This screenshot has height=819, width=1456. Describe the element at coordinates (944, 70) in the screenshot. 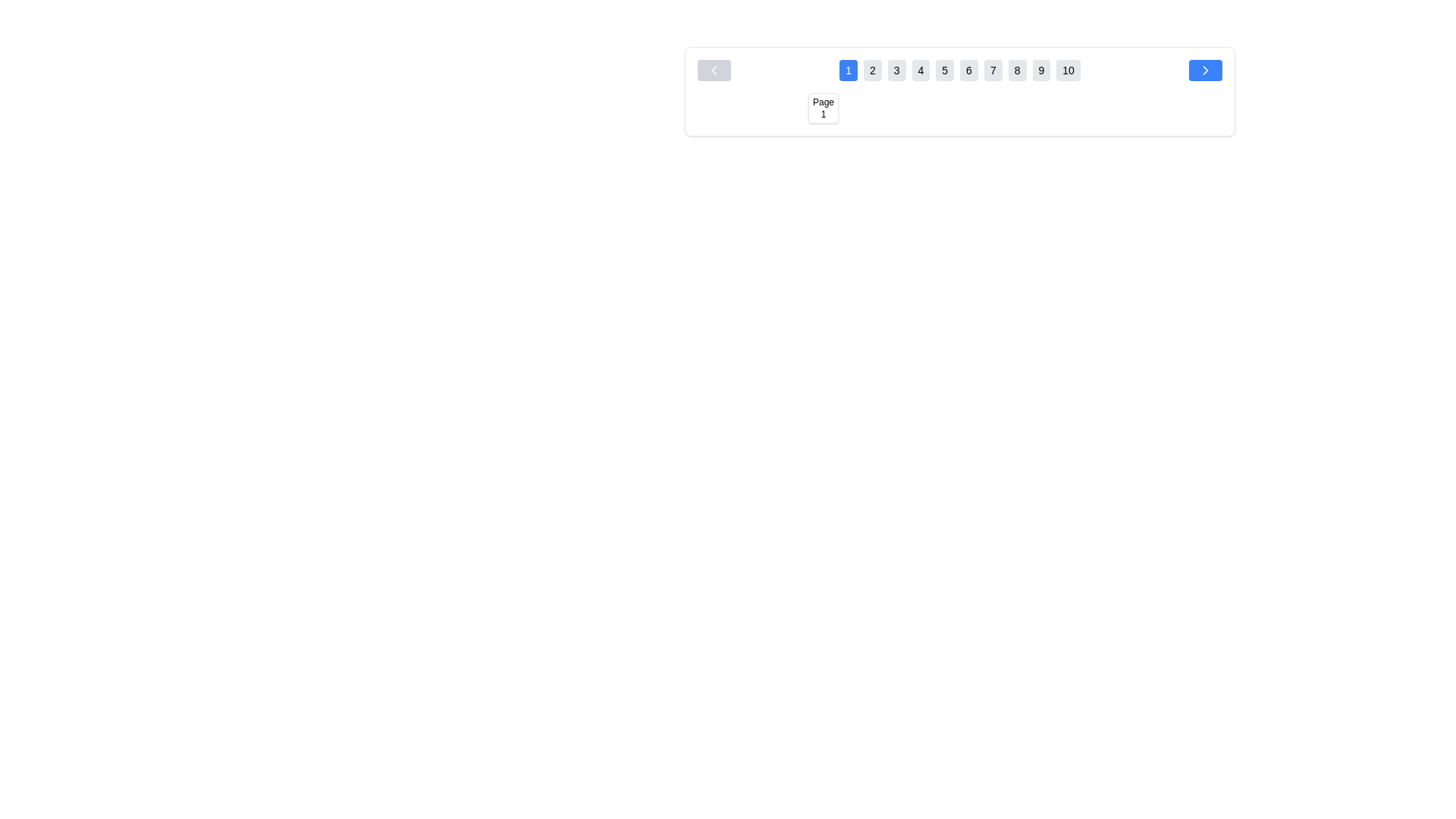

I see `the fifth pagination button located between buttons '4' and '6' to select it` at that location.